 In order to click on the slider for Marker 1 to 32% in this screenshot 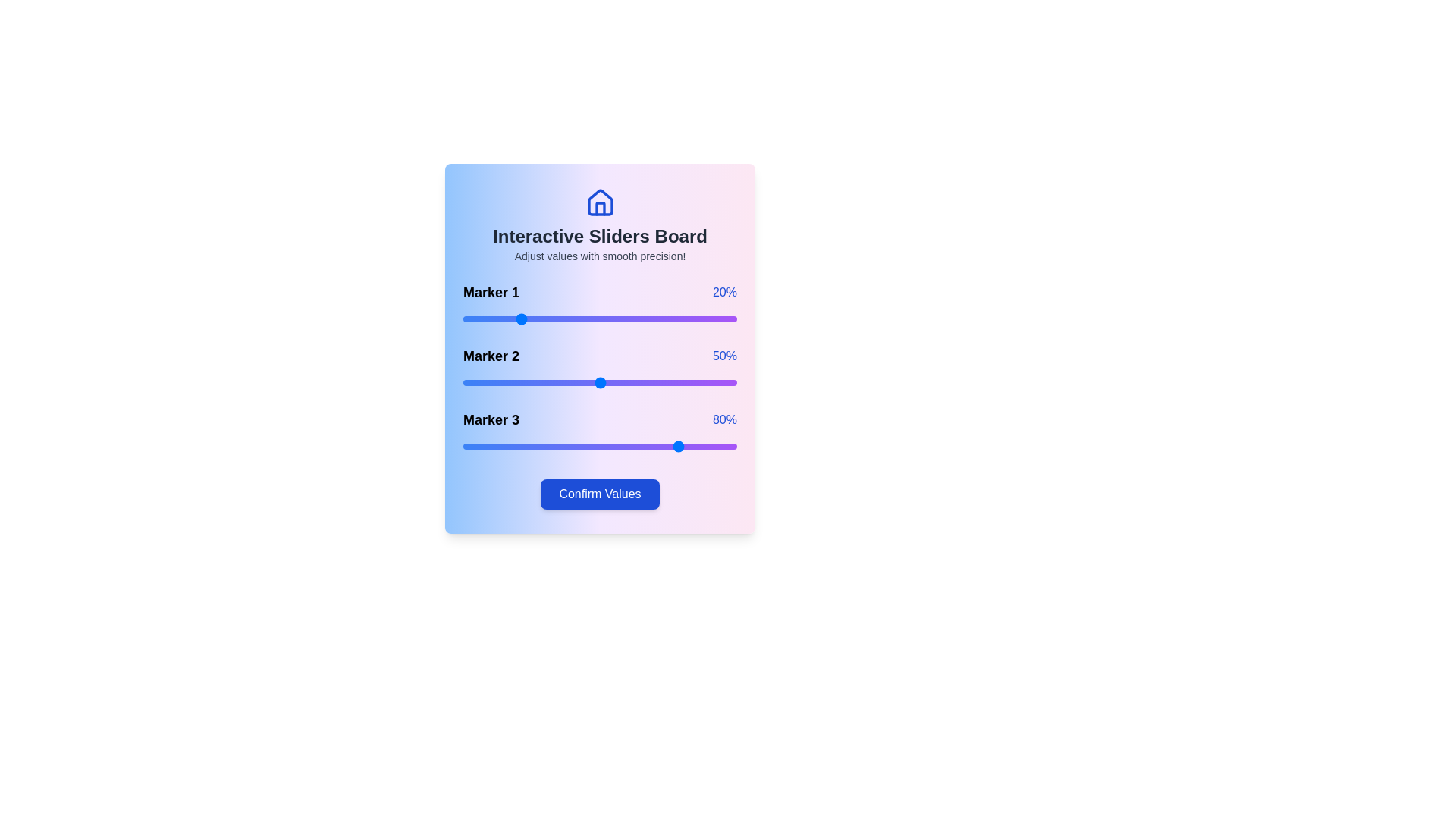, I will do `click(550, 318)`.